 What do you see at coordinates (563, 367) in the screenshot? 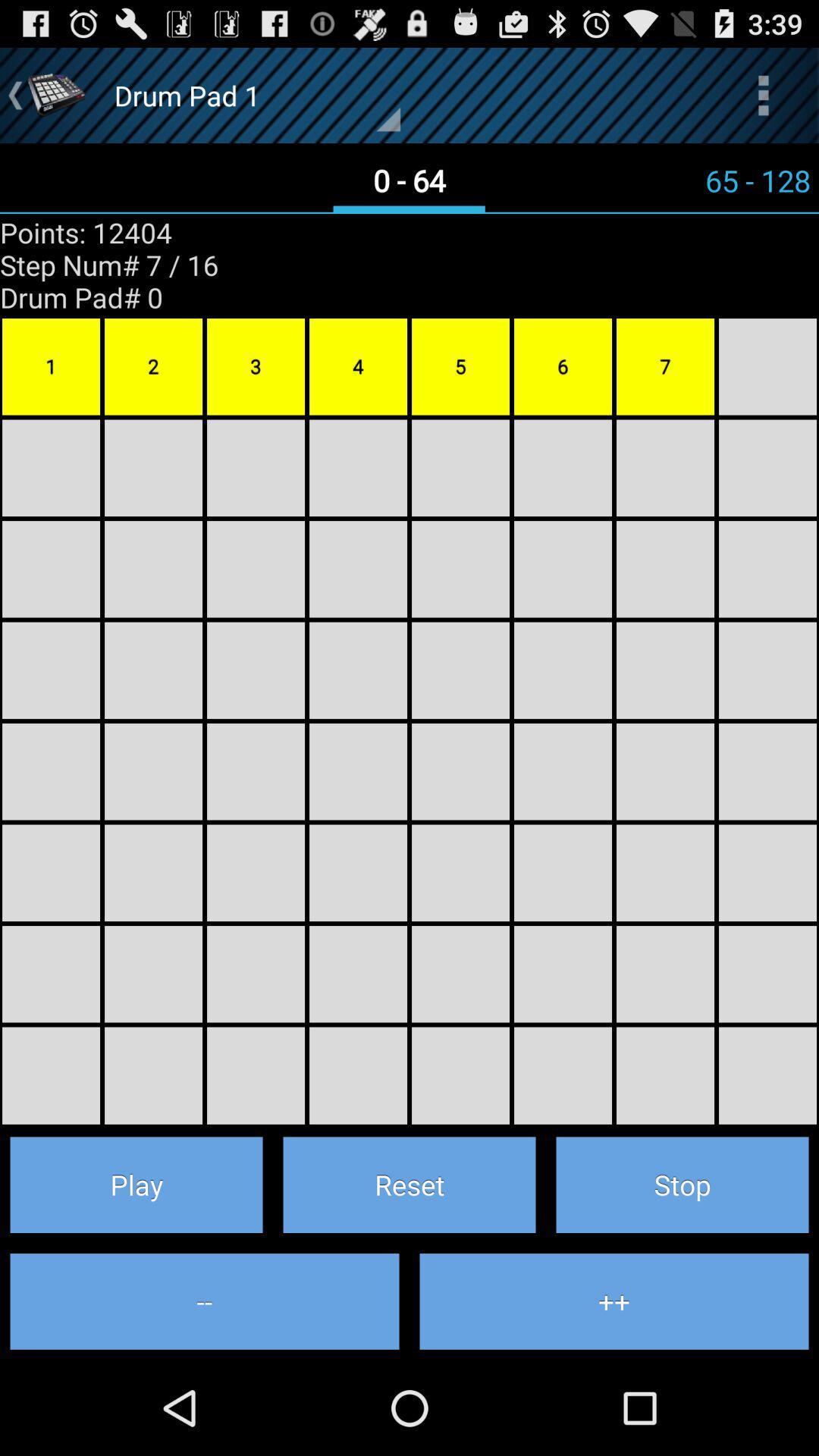
I see `6` at bounding box center [563, 367].